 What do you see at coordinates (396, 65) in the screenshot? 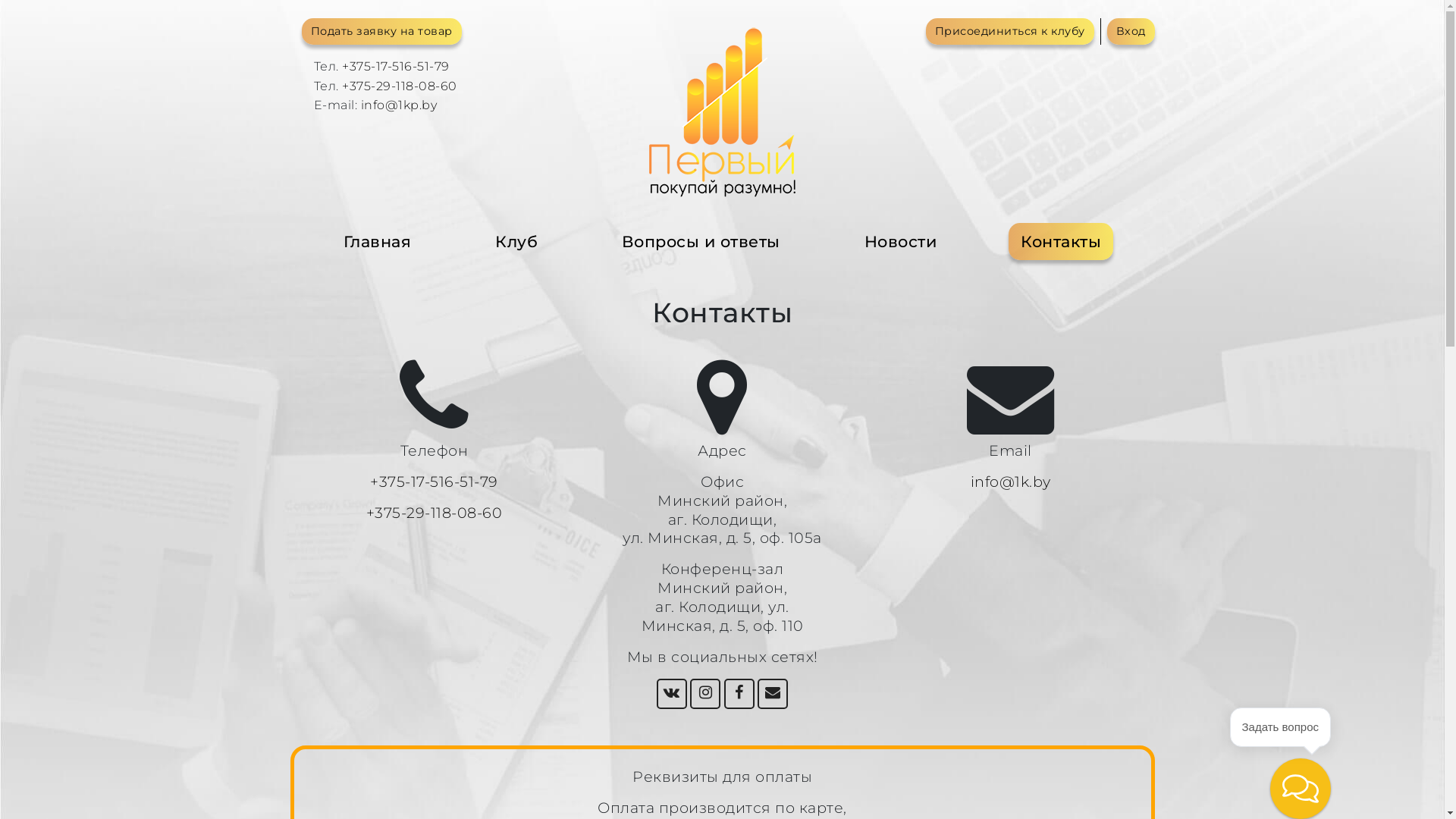
I see `'+375-17-516-51-79'` at bounding box center [396, 65].